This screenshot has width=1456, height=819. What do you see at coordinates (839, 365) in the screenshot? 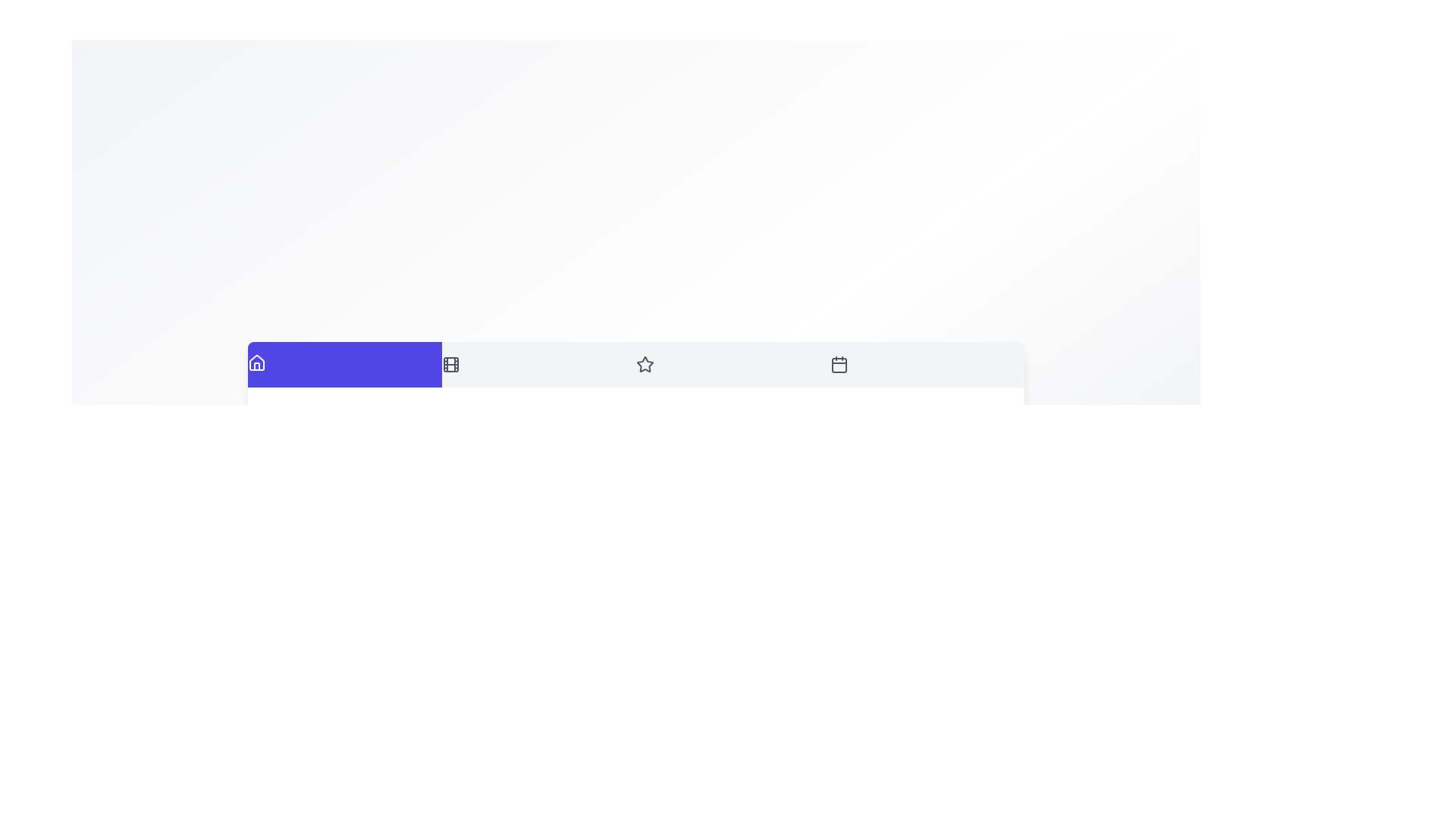
I see `the calendar icon with rounded corners located at the bottom of the interface, which is the third icon from the right in a horizontal row` at bounding box center [839, 365].